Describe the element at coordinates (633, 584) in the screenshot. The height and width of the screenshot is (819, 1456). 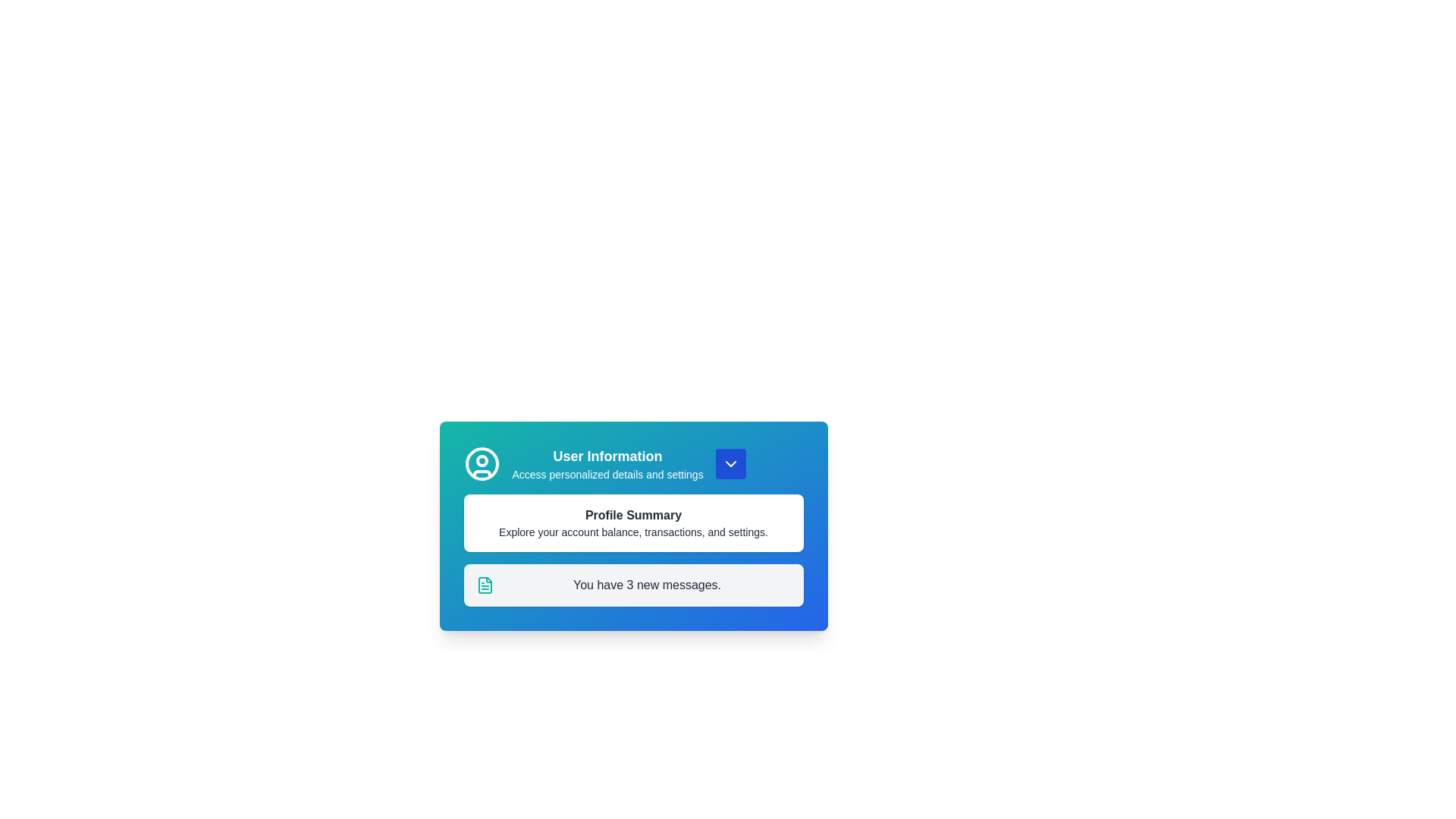
I see `the Notification box indicating three new messages, which is located beneath 'Profile Summary' and above other sections` at that location.